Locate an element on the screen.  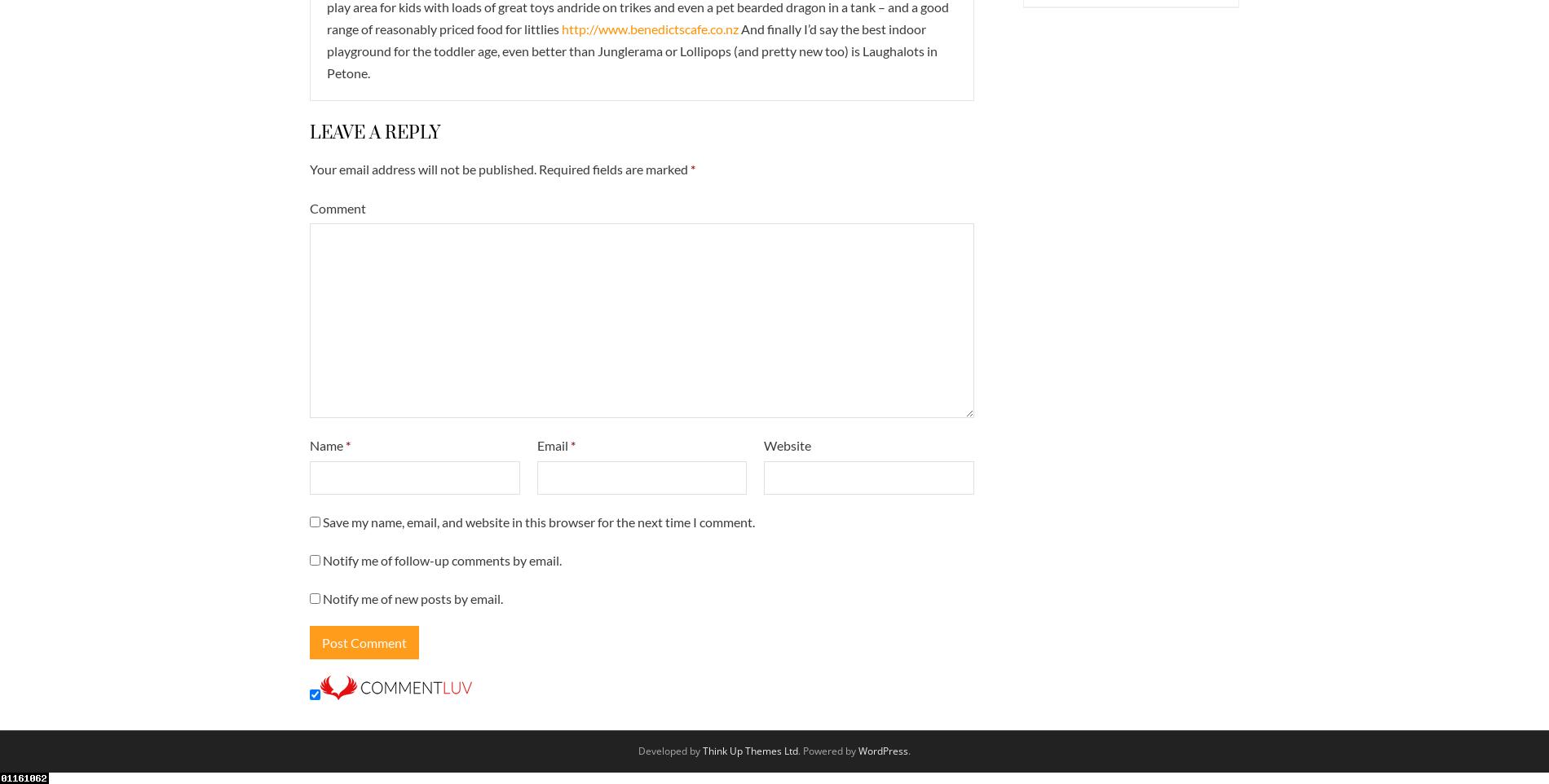
'Email' is located at coordinates (553, 445).